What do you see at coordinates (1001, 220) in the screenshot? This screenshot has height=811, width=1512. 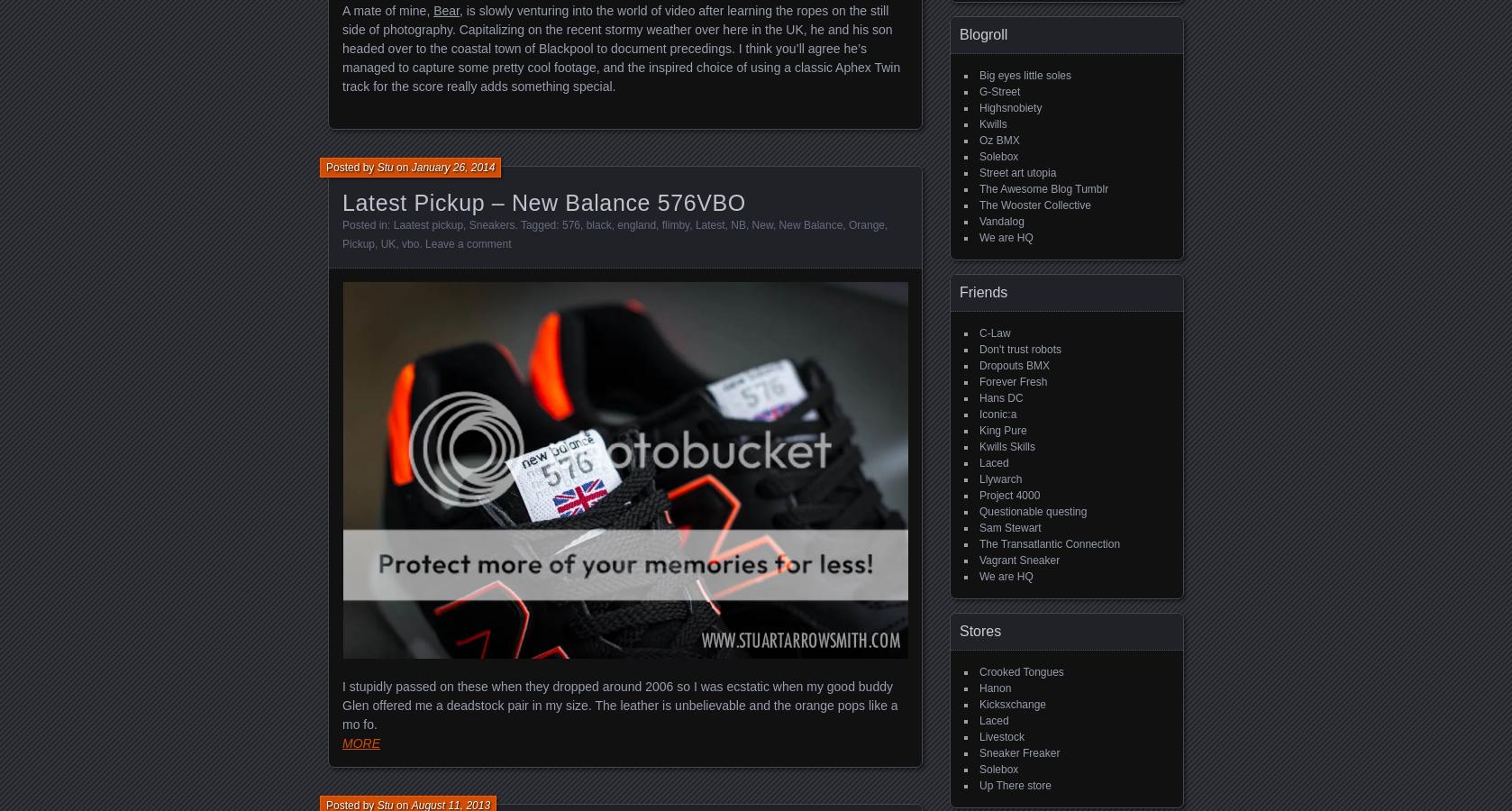 I see `'Vandalog'` at bounding box center [1001, 220].